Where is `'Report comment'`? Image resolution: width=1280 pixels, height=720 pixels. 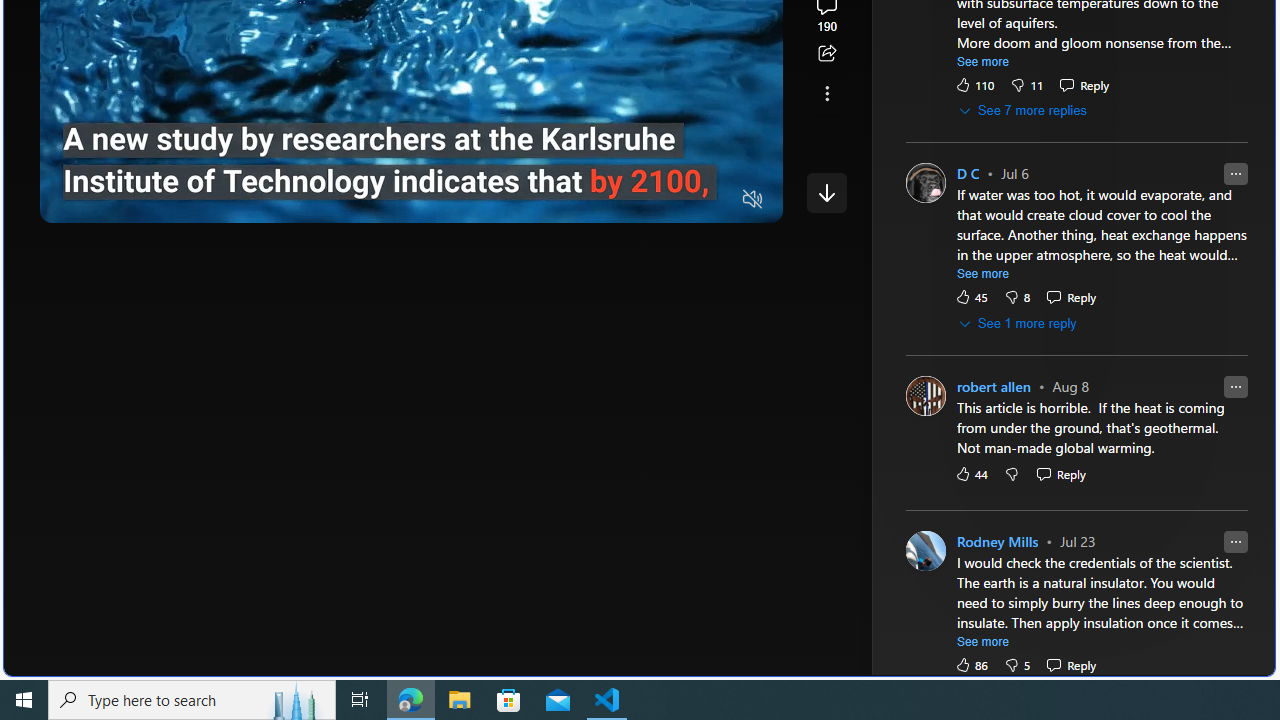 'Report comment' is located at coordinates (1234, 541).